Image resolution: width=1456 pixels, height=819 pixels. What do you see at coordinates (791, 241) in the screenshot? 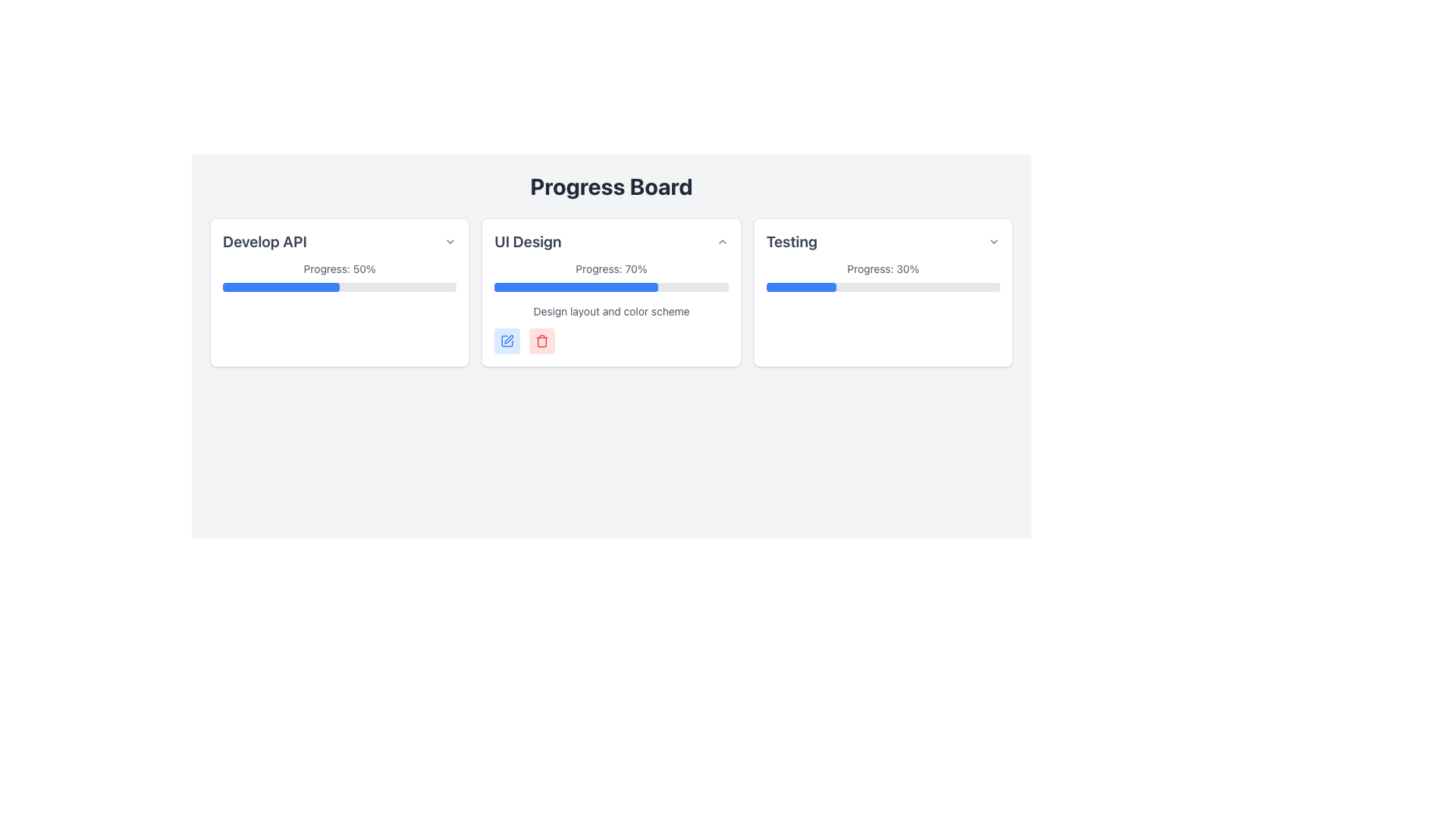
I see `the title or header text located in the rightmost card of a three-card arrangement, positioned at the upper-left corner next to an interactive icon` at bounding box center [791, 241].